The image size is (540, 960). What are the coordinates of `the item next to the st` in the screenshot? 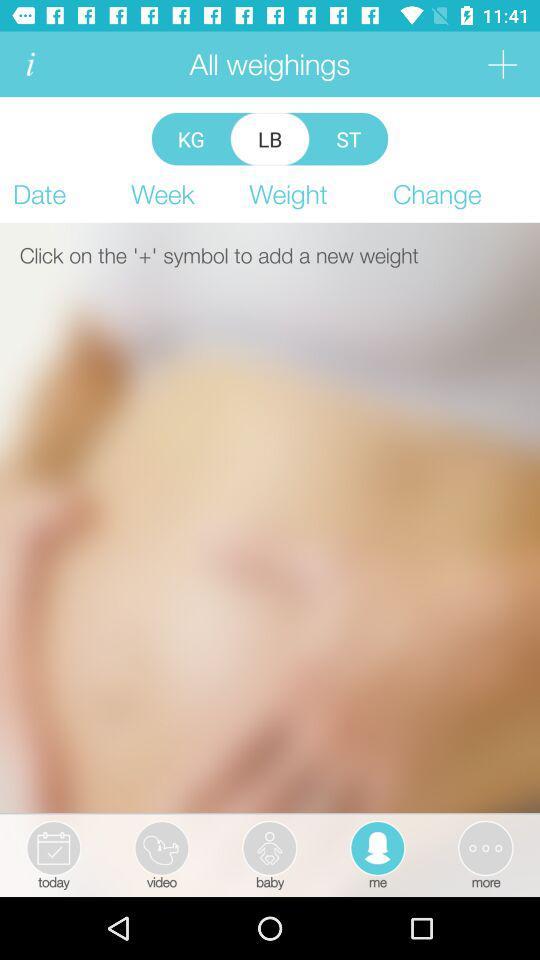 It's located at (270, 138).